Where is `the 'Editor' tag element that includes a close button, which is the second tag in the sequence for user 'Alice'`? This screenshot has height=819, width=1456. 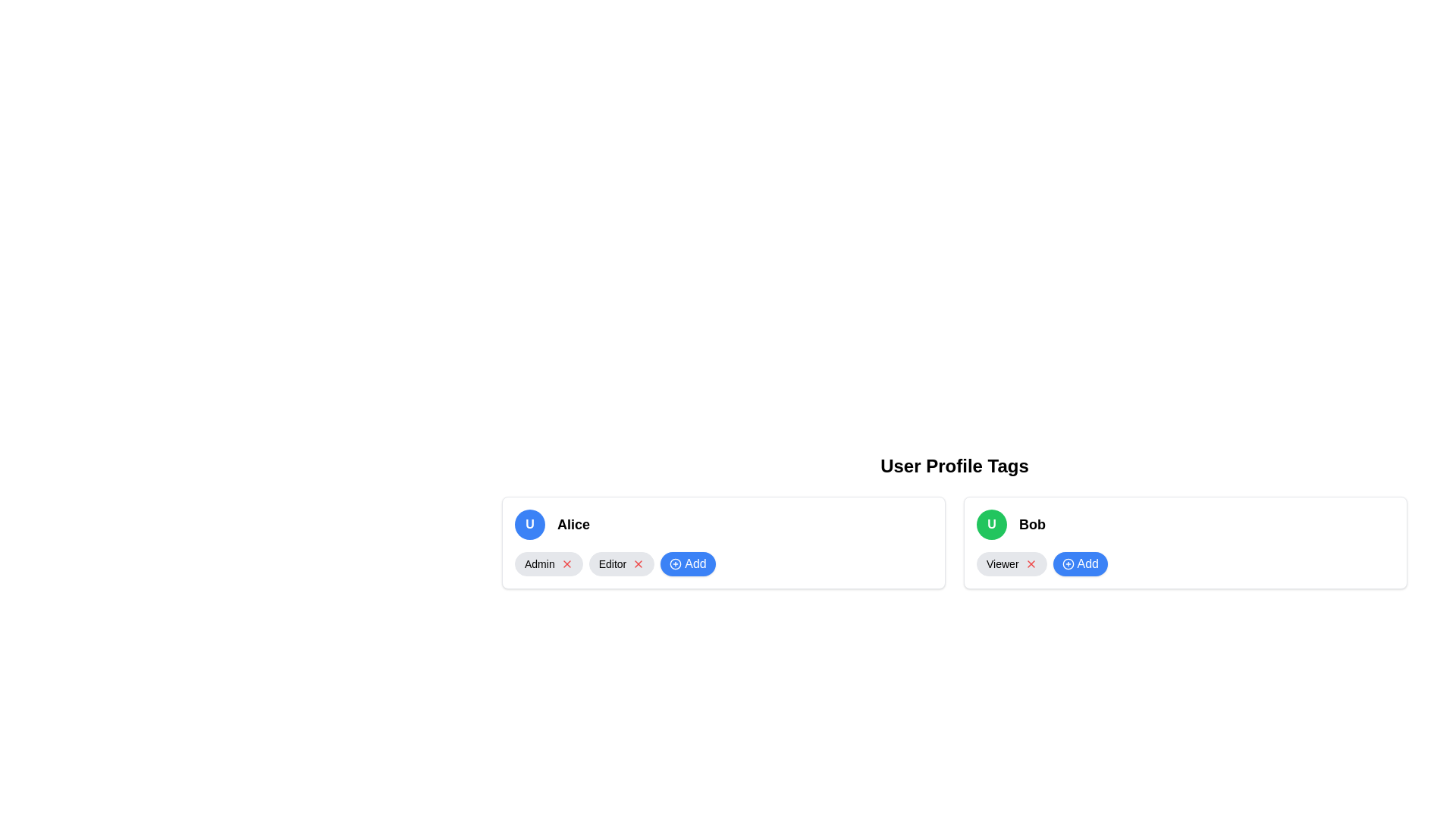 the 'Editor' tag element that includes a close button, which is the second tag in the sequence for user 'Alice' is located at coordinates (622, 564).